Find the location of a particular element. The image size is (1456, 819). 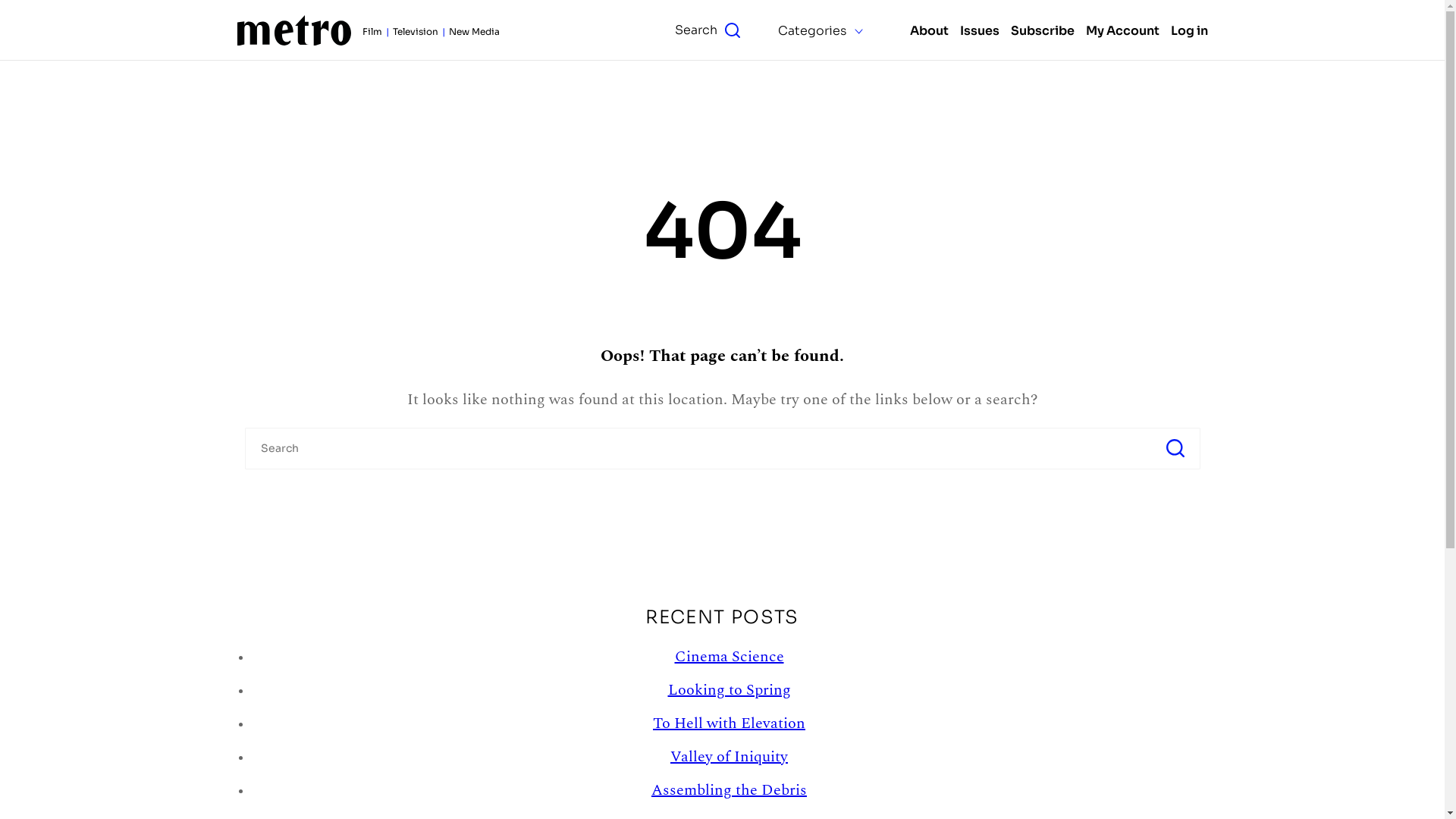

'Valley of Iniquity' is located at coordinates (669, 757).